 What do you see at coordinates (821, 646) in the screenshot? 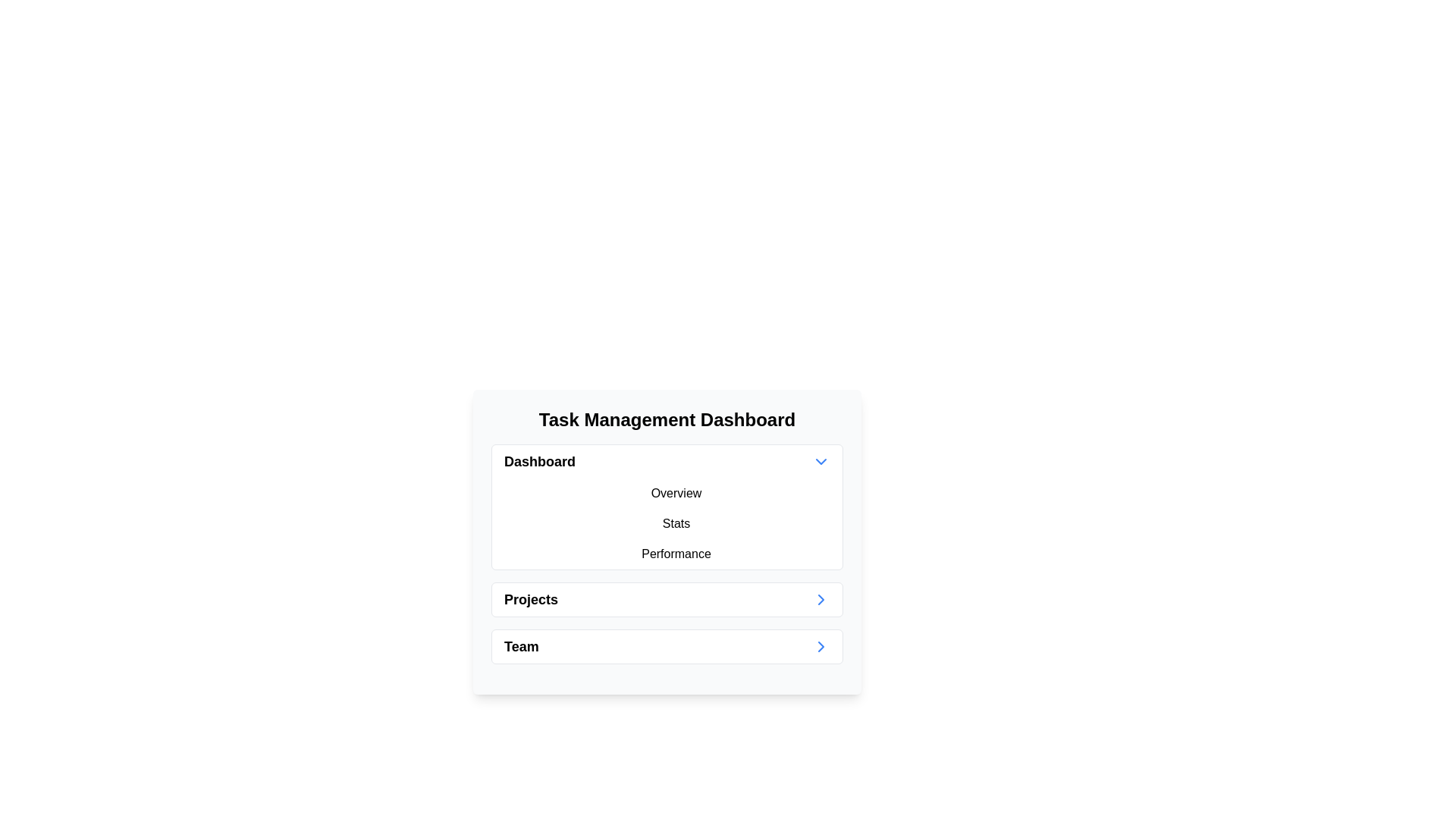
I see `the navigation icon located at the far-right end of the row aligned with the 'Team' label` at bounding box center [821, 646].